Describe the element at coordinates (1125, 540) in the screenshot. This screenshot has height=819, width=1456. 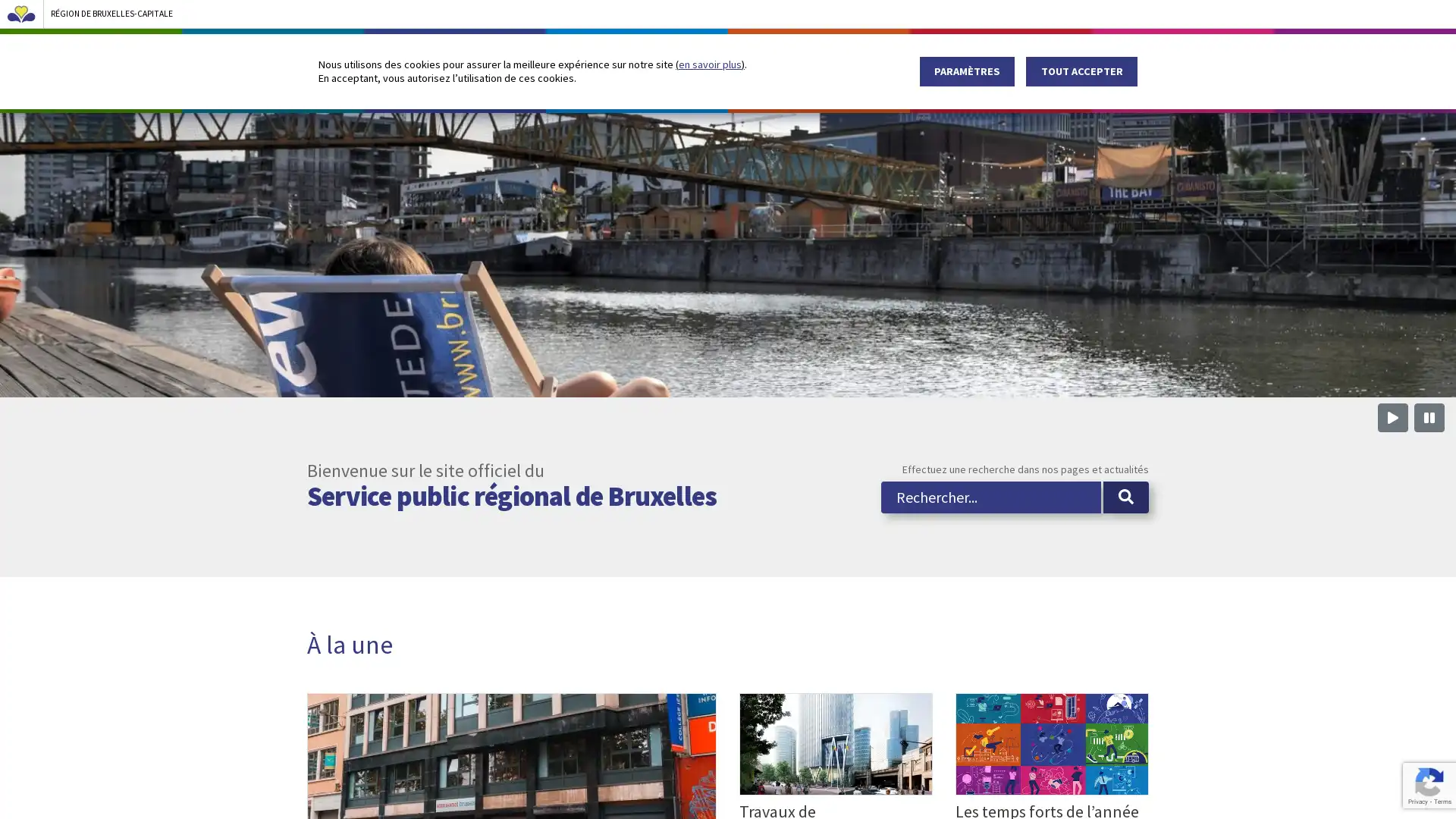
I see `Rechercher` at that location.